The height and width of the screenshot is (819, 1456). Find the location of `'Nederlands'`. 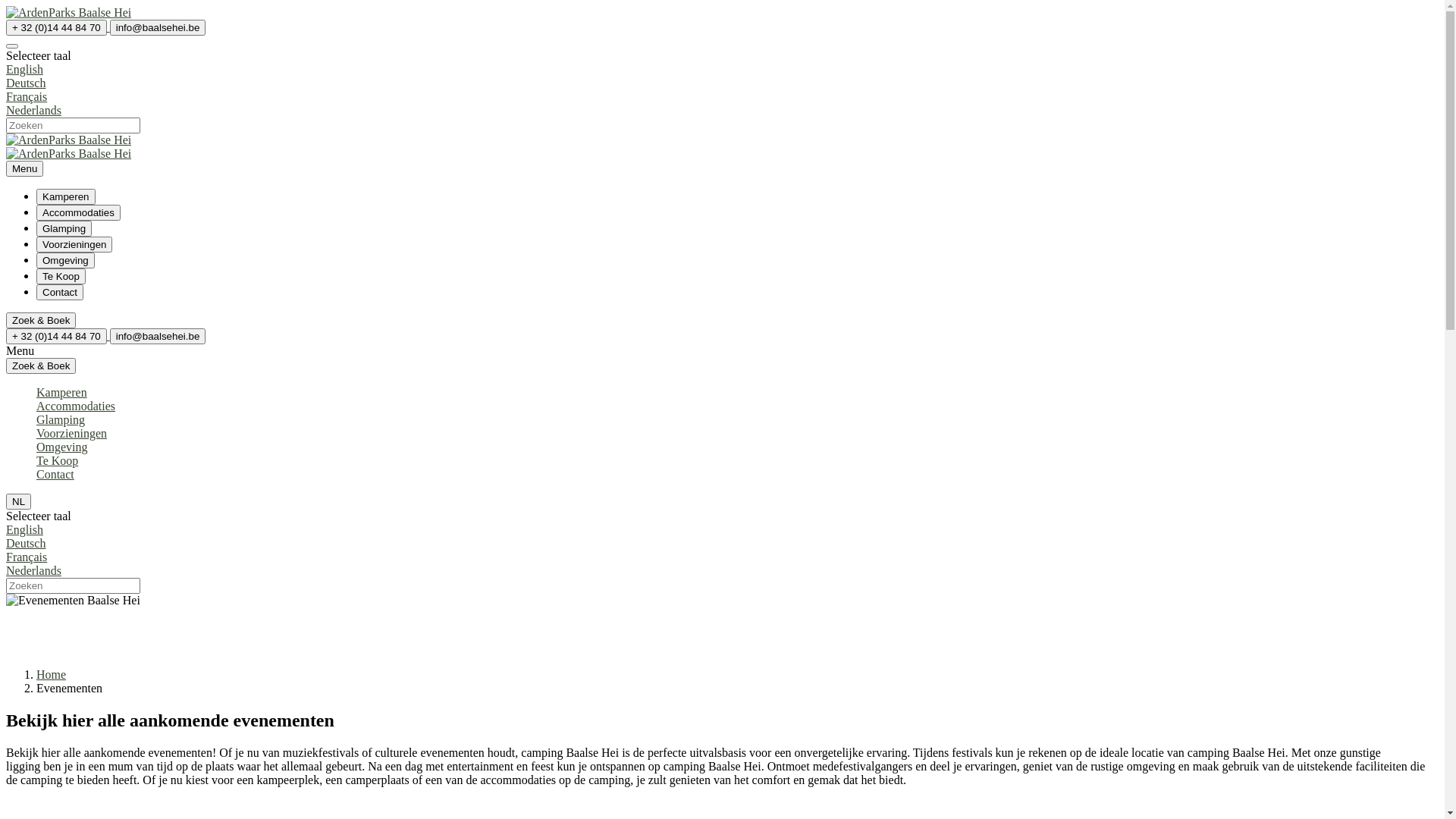

'Nederlands' is located at coordinates (6, 116).